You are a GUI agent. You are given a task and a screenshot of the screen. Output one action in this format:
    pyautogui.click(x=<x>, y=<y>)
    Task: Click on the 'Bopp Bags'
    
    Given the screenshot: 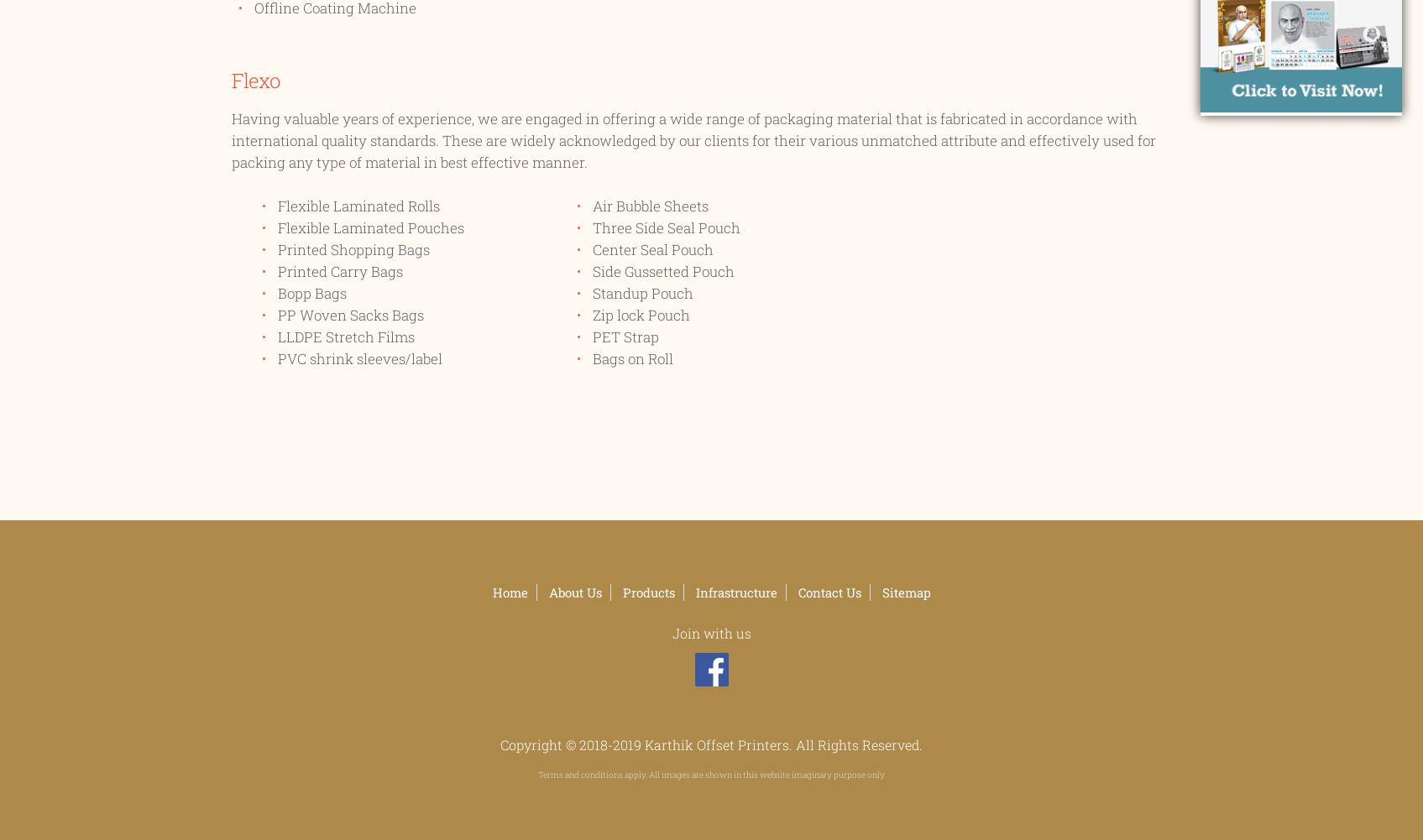 What is the action you would take?
    pyautogui.click(x=311, y=293)
    